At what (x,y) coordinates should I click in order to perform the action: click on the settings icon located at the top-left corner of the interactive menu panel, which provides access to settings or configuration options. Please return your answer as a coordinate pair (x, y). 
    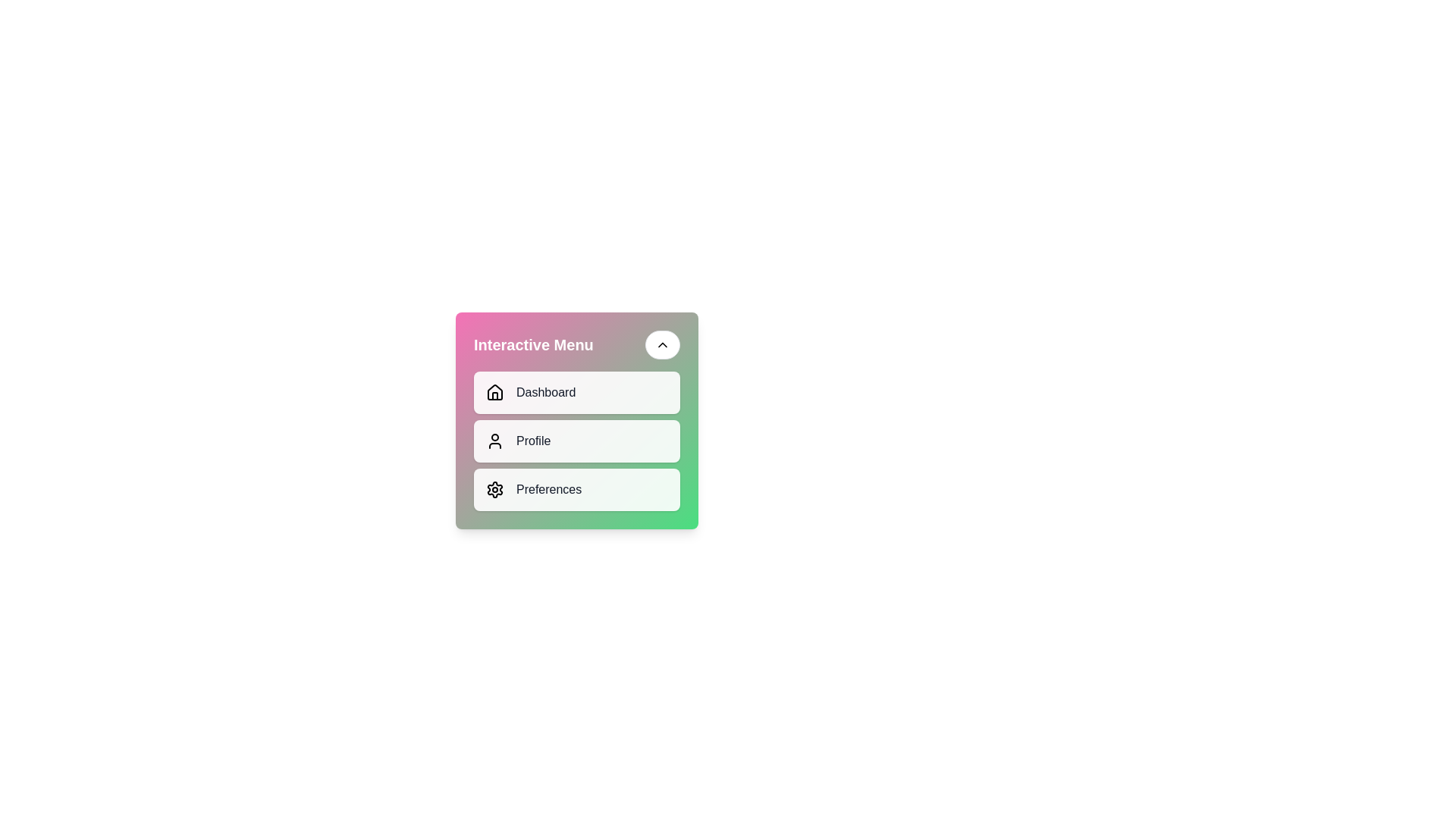
    Looking at the image, I should click on (494, 489).